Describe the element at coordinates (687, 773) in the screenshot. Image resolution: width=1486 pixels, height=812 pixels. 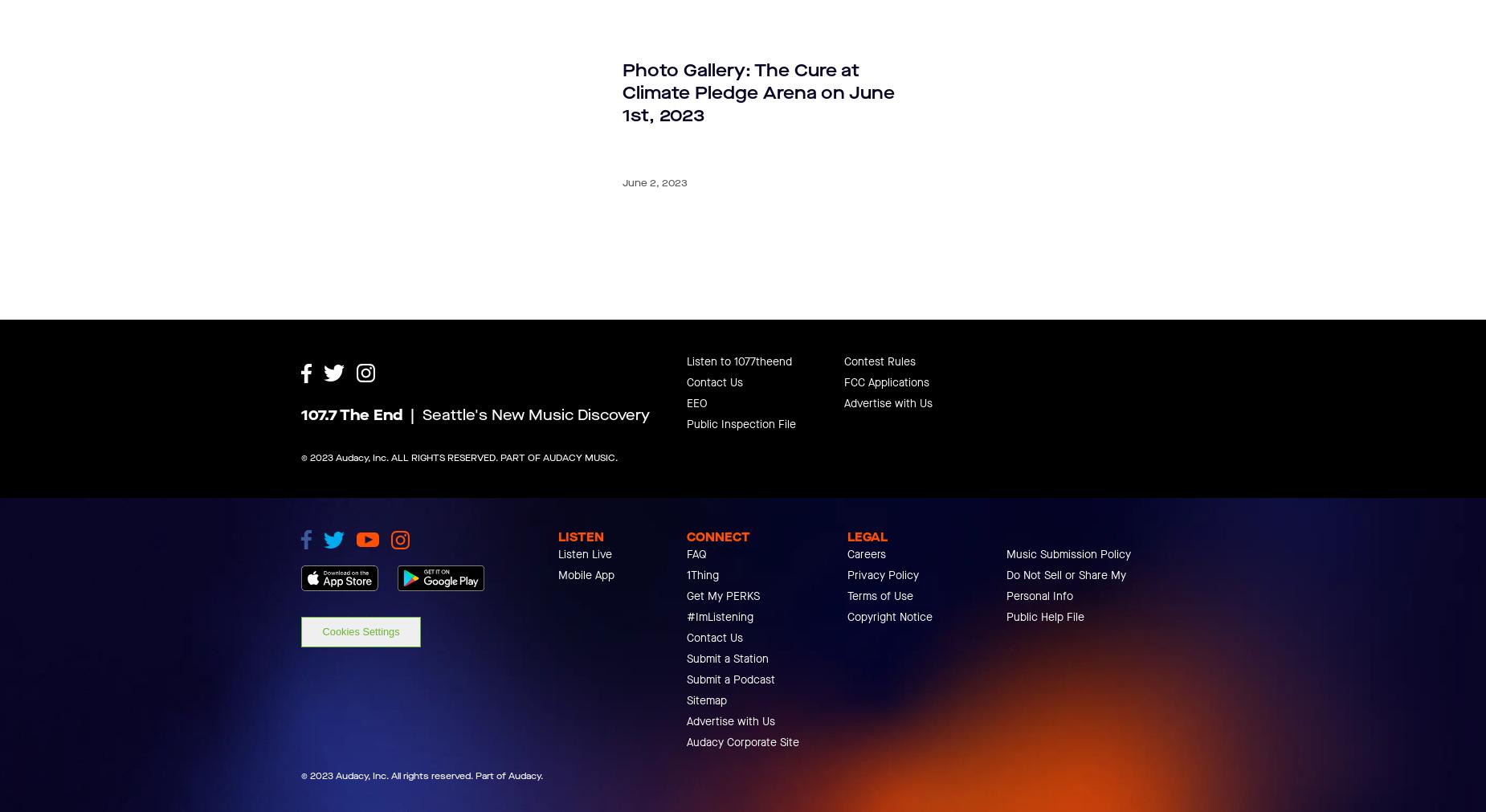
I see `'Sitemap'` at that location.